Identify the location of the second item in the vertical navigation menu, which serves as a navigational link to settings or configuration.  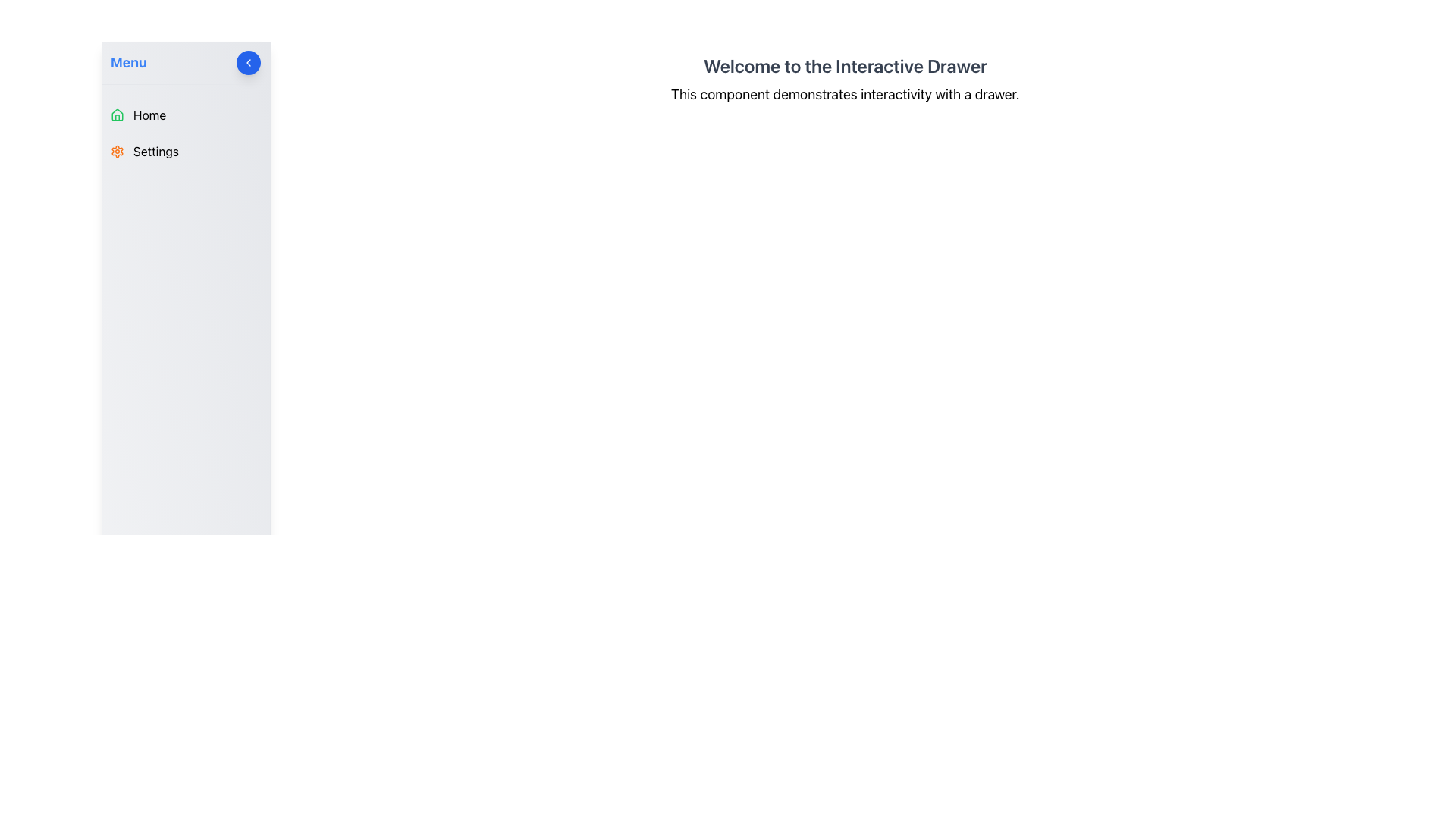
(184, 152).